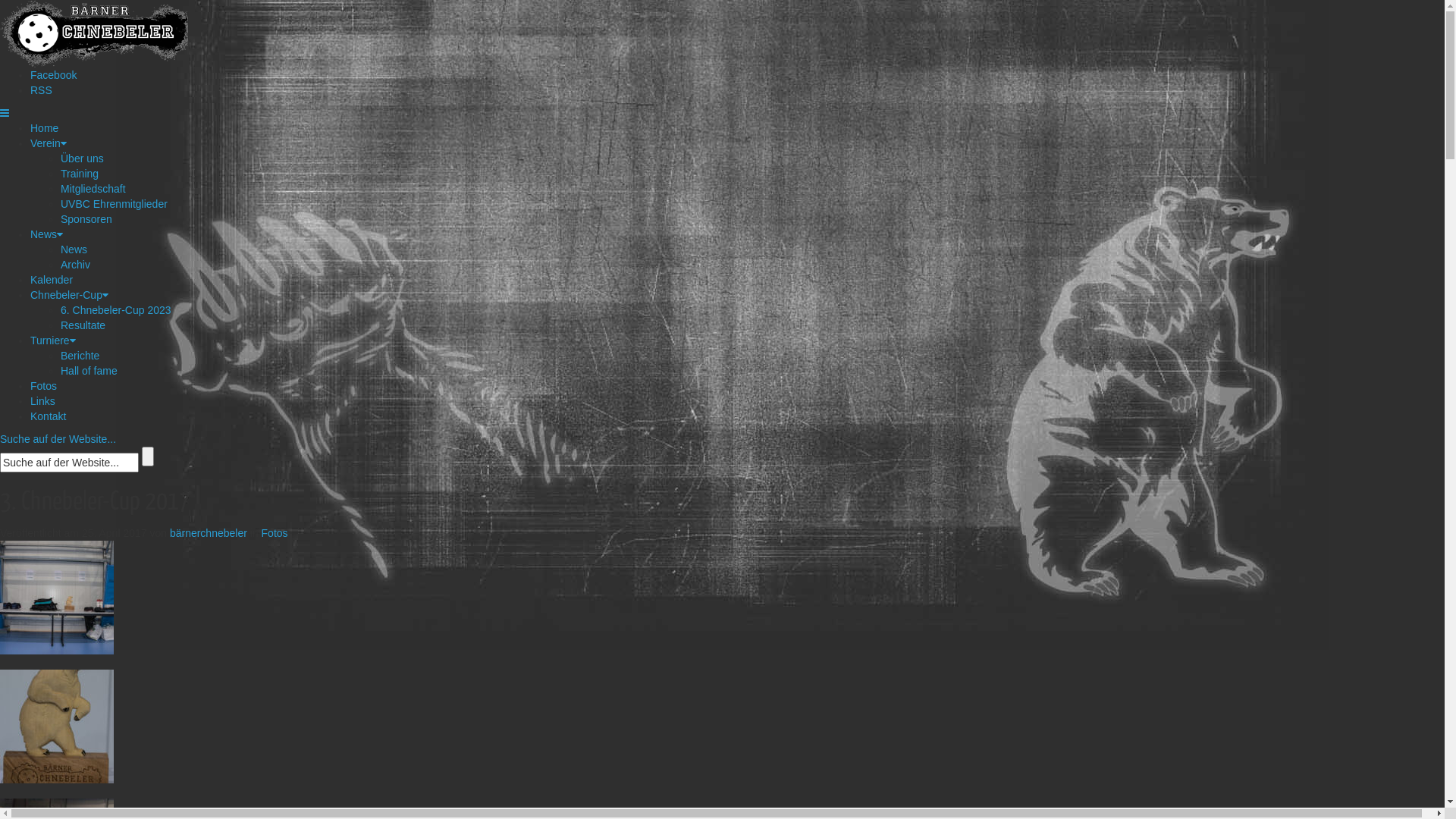  Describe the element at coordinates (61, 263) in the screenshot. I see `'Archiv'` at that location.